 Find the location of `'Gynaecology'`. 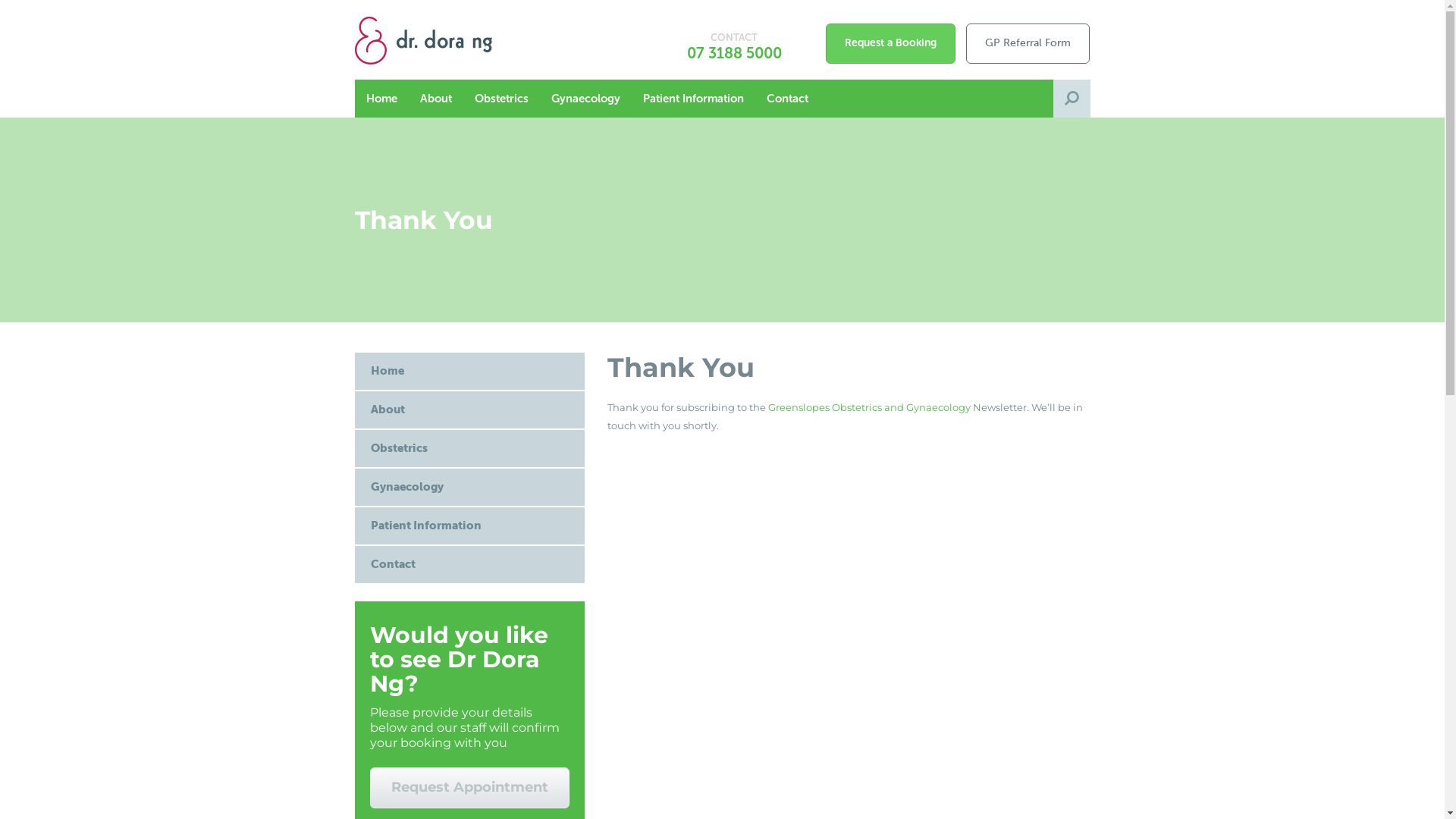

'Gynaecology' is located at coordinates (353, 487).